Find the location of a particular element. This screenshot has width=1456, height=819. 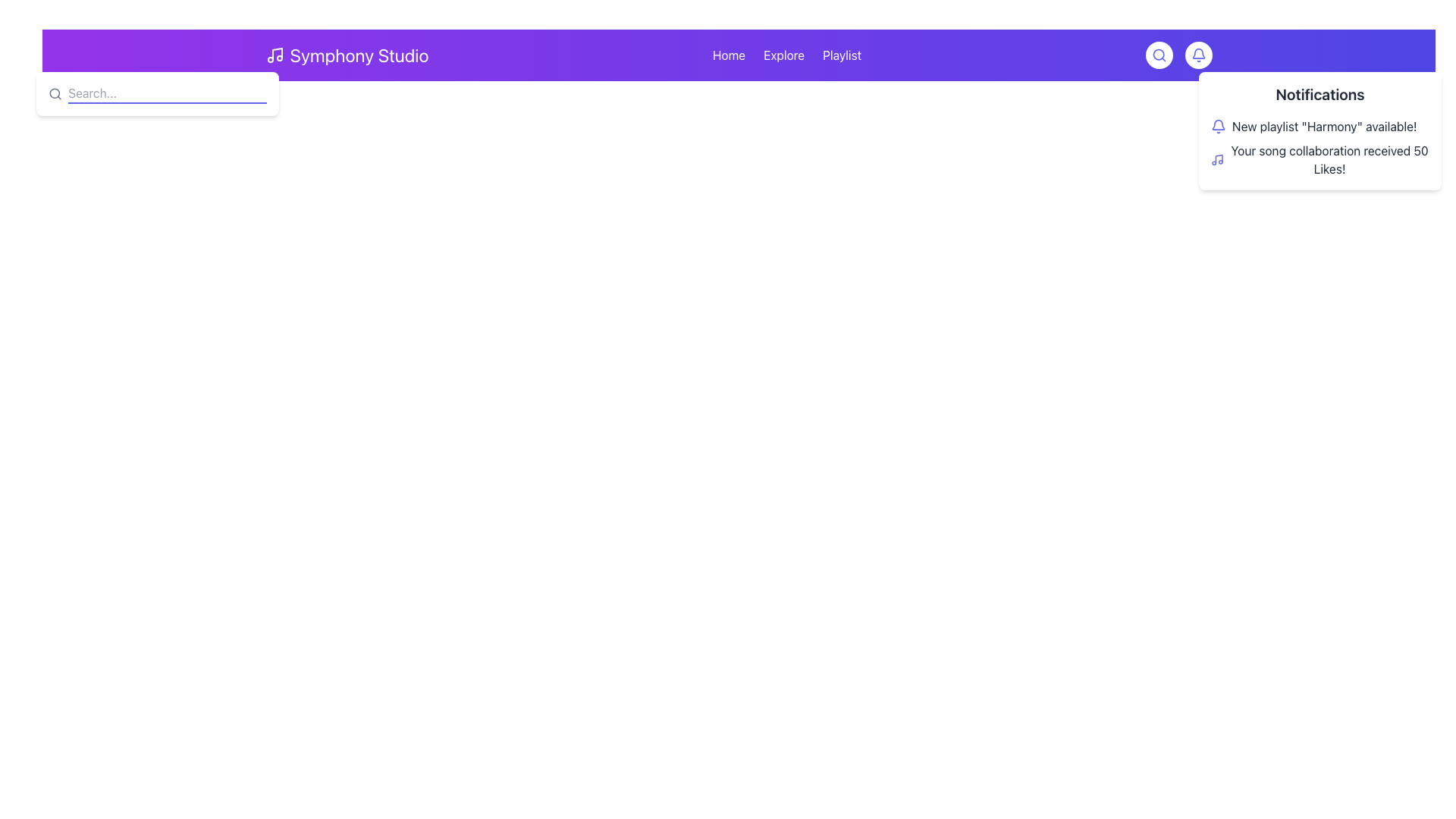

the 'Home', 'Explore', or 'Playlist' link in the Navigation bar labeled 'Symphony Studio' is located at coordinates (739, 55).